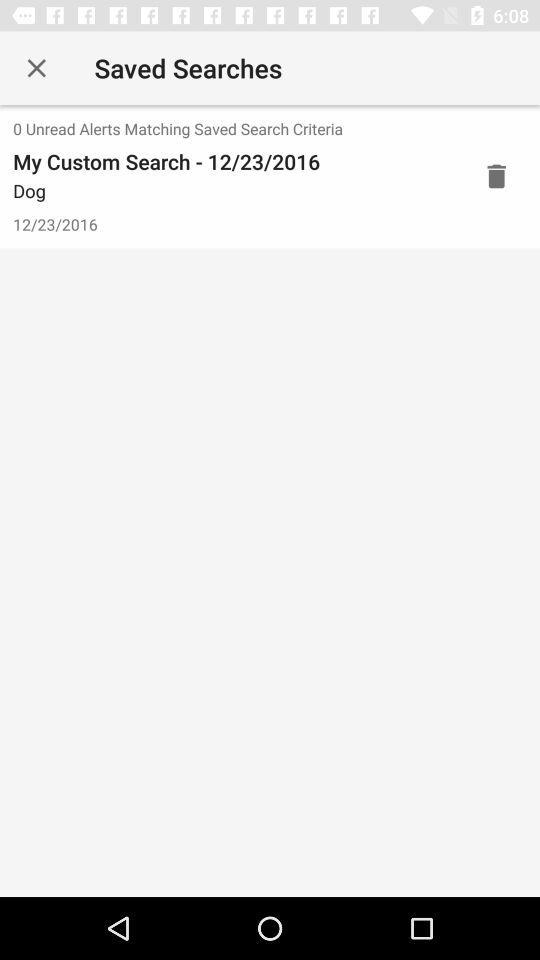  What do you see at coordinates (36, 68) in the screenshot?
I see `the item next to the saved searches icon` at bounding box center [36, 68].